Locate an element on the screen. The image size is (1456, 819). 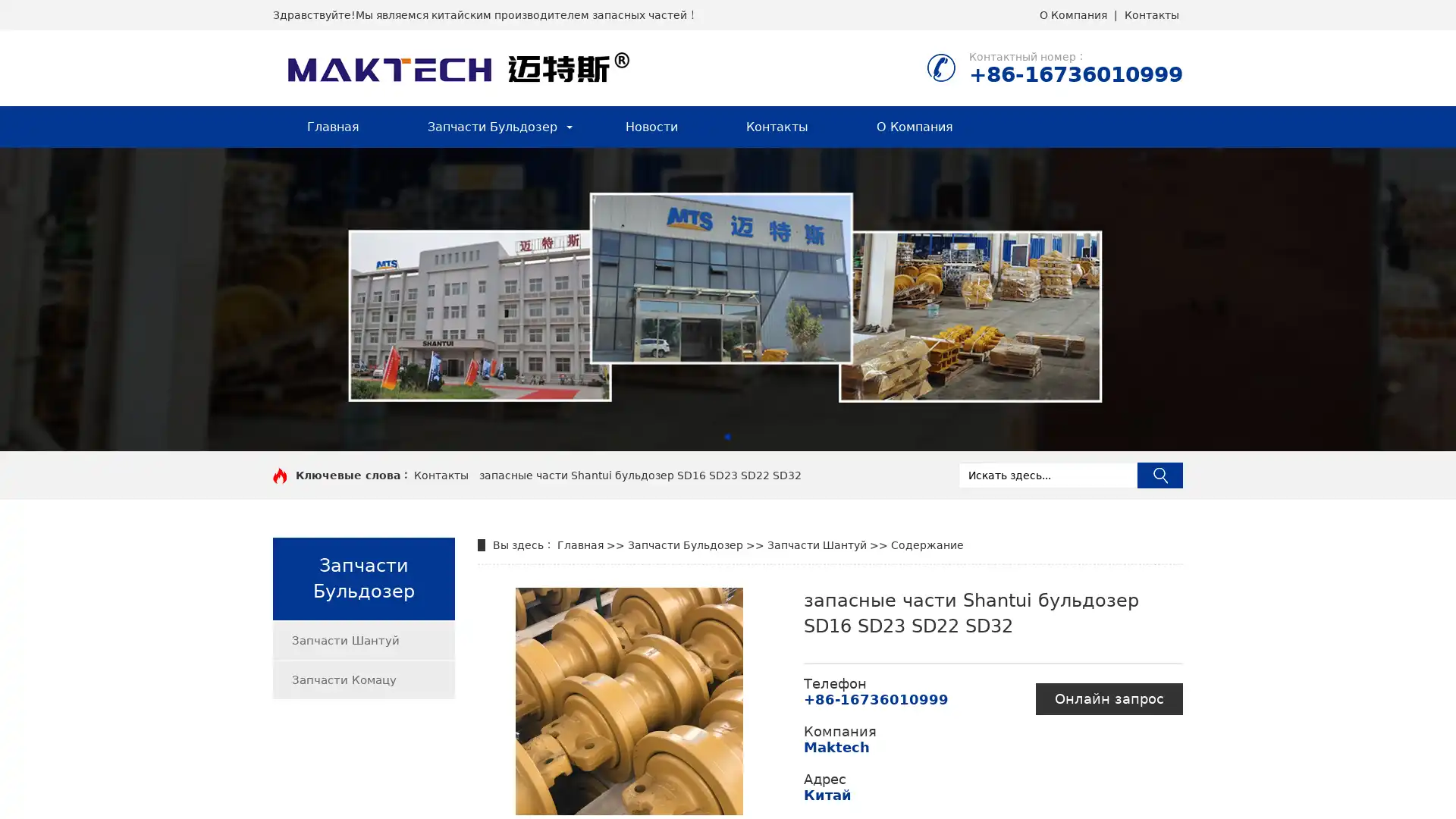
Go to slide 1 is located at coordinates (728, 436).